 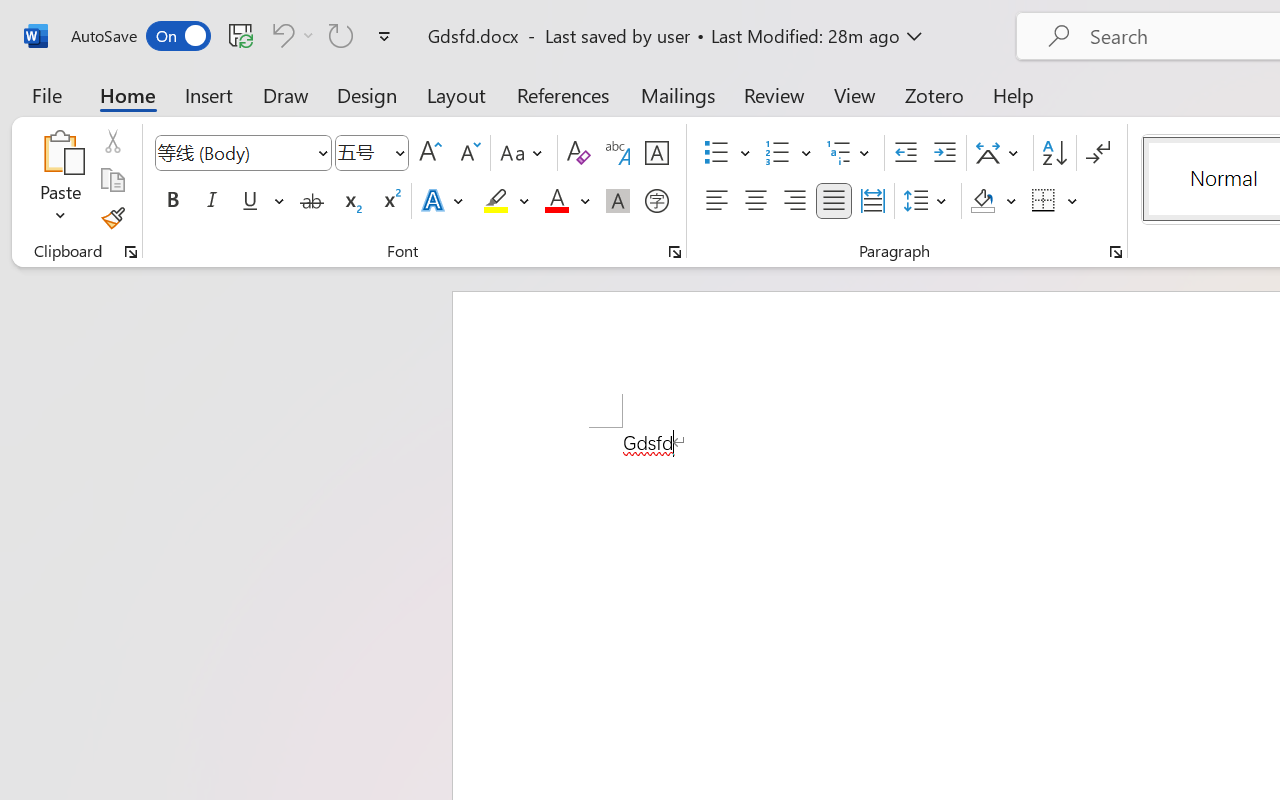 I want to click on 'Can', so click(x=289, y=34).